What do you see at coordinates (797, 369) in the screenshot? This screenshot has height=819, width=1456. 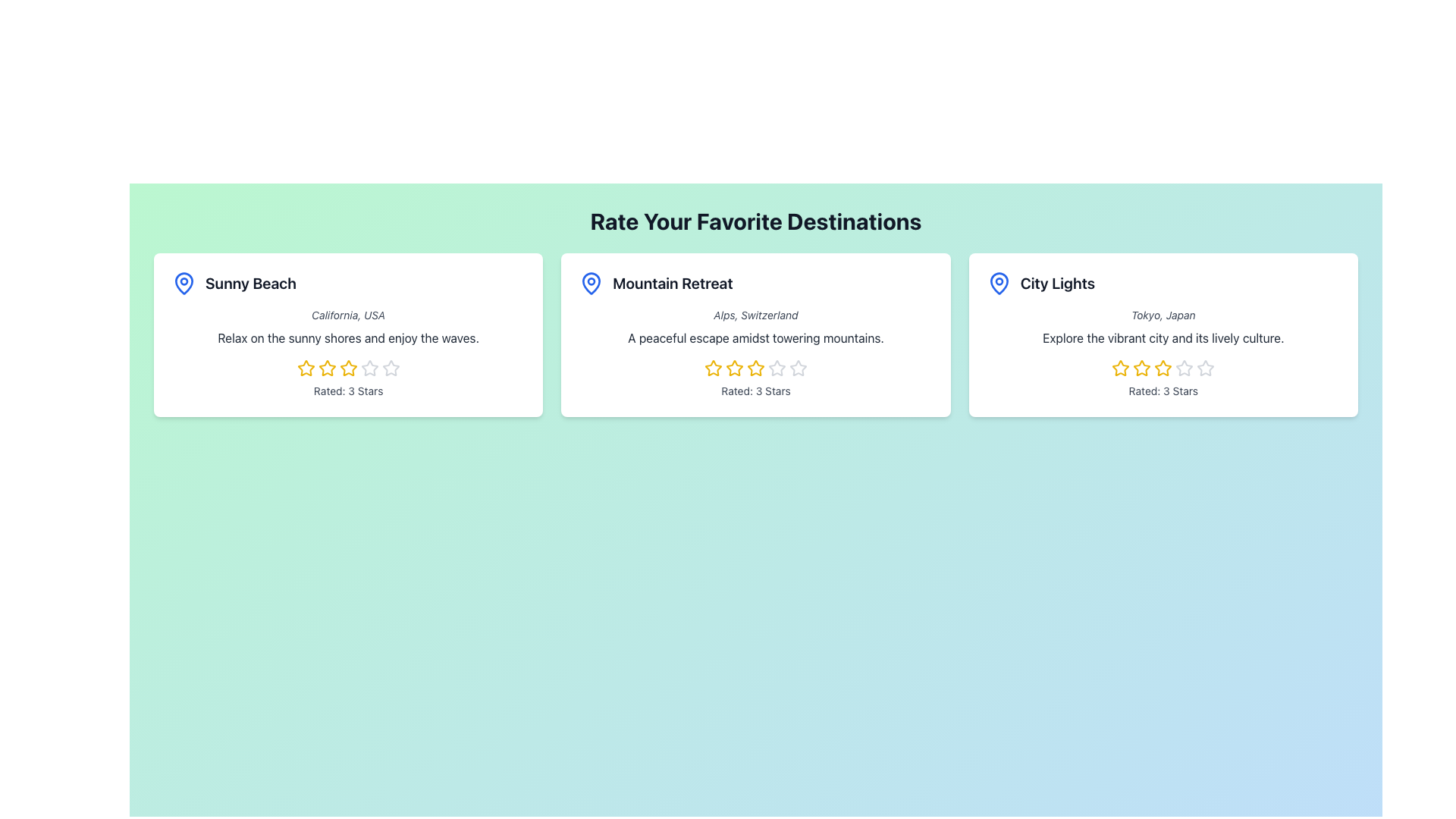 I see `the rightmost star-shaped icon in the rating section of the 'Mountain Retreat' card` at bounding box center [797, 369].